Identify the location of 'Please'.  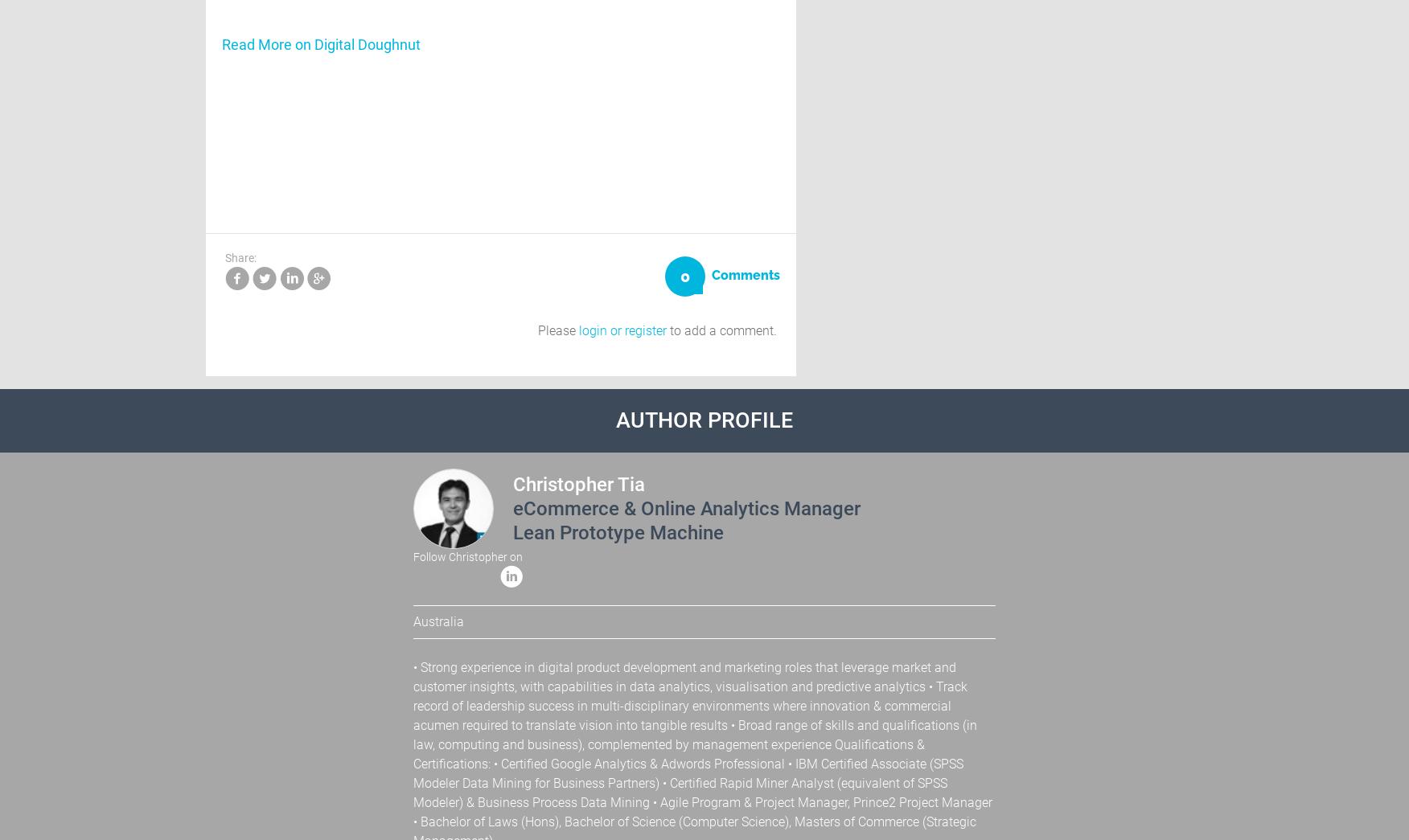
(557, 330).